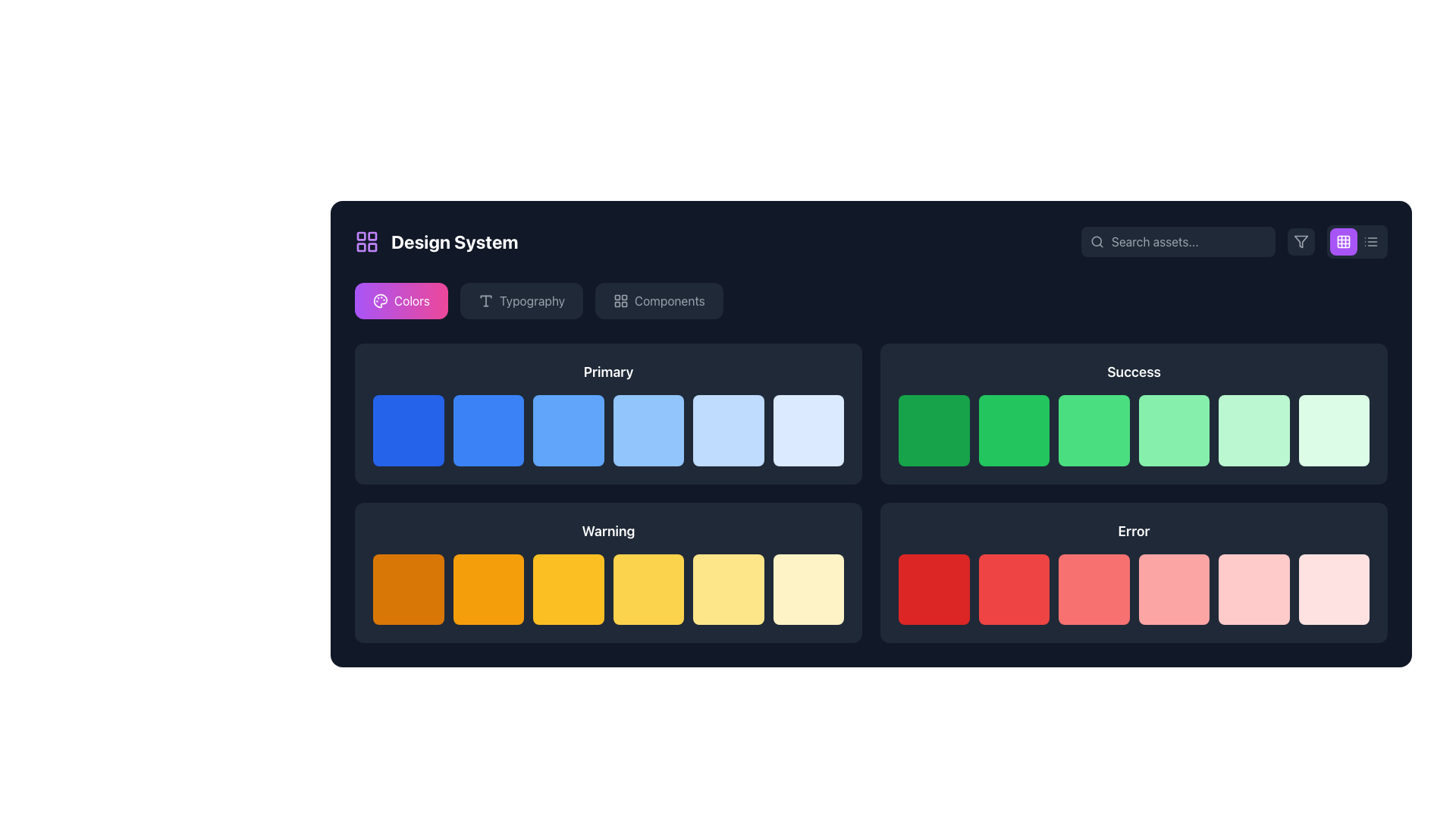 Image resolution: width=1456 pixels, height=819 pixels. Describe the element at coordinates (648, 430) in the screenshot. I see `the selectable color tile located in the first row of the 'Primary' section, occupying the fourth slot from the left` at that location.